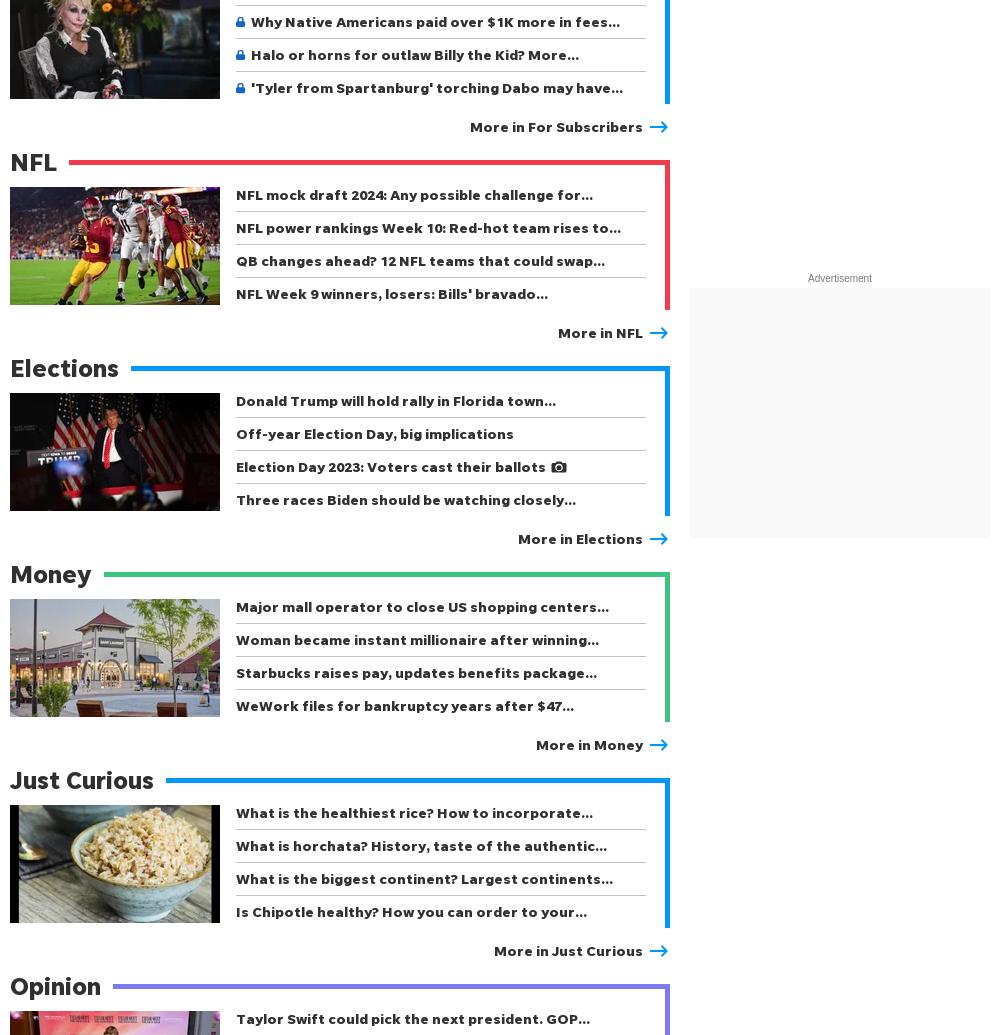  Describe the element at coordinates (579, 537) in the screenshot. I see `'More in Elections'` at that location.